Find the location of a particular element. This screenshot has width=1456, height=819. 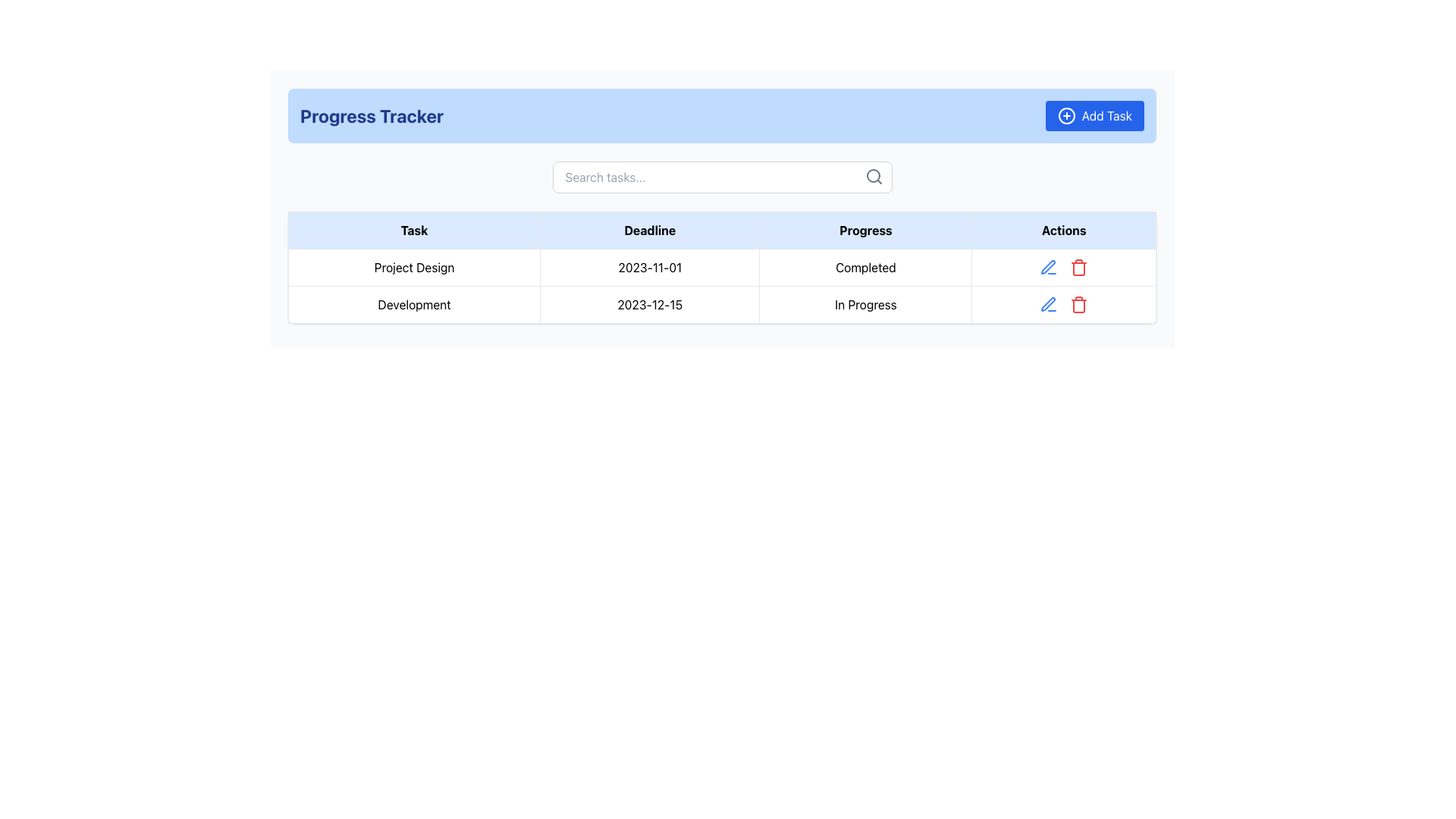

the edit icon button located in the second row of the 'Actions' column under the 'Progress Tracker' header is located at coordinates (1047, 267).